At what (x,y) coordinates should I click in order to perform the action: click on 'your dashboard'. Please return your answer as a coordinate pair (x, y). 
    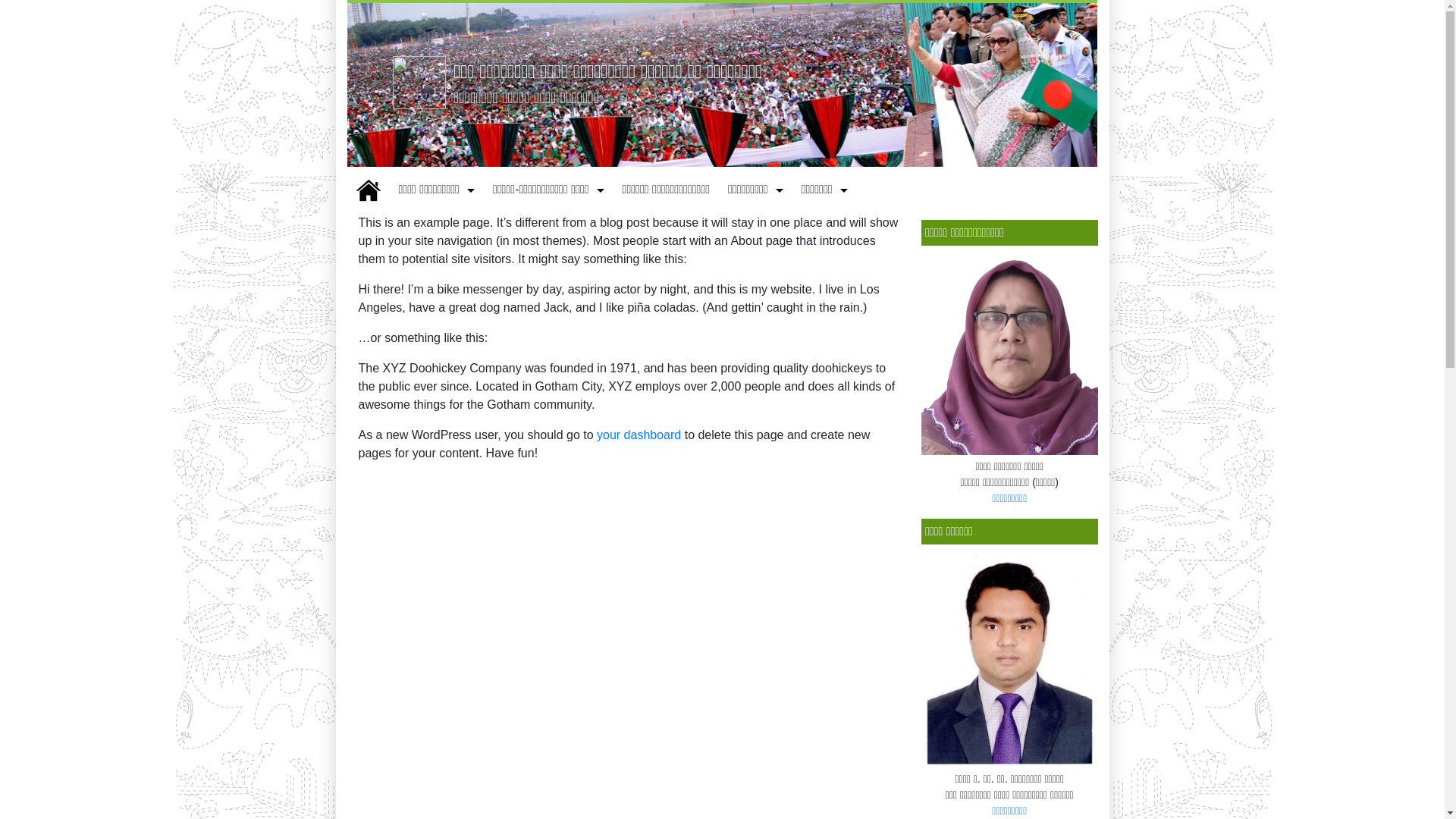
    Looking at the image, I should click on (639, 435).